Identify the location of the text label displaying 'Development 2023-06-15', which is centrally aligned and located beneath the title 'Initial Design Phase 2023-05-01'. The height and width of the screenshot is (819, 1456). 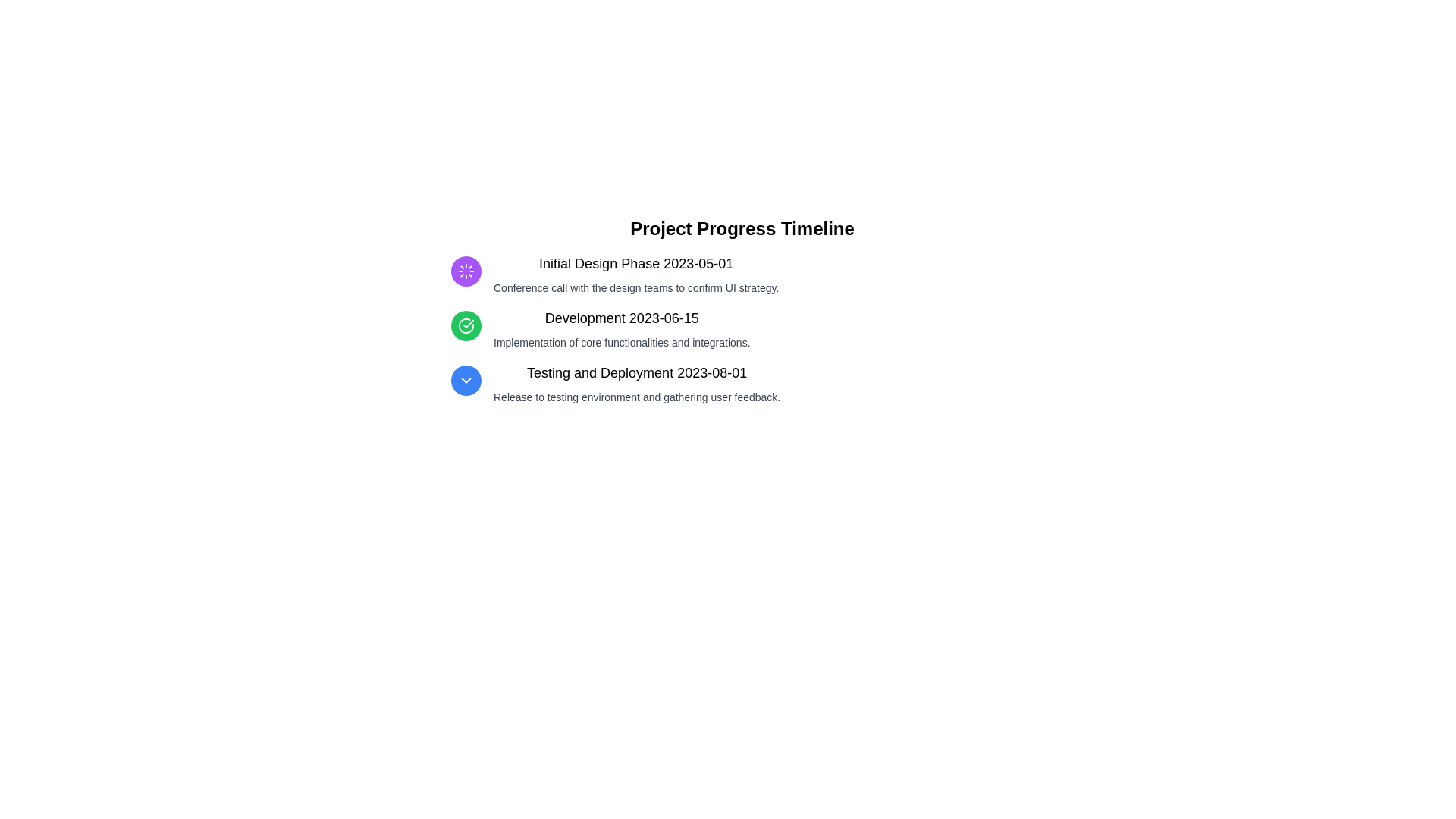
(622, 318).